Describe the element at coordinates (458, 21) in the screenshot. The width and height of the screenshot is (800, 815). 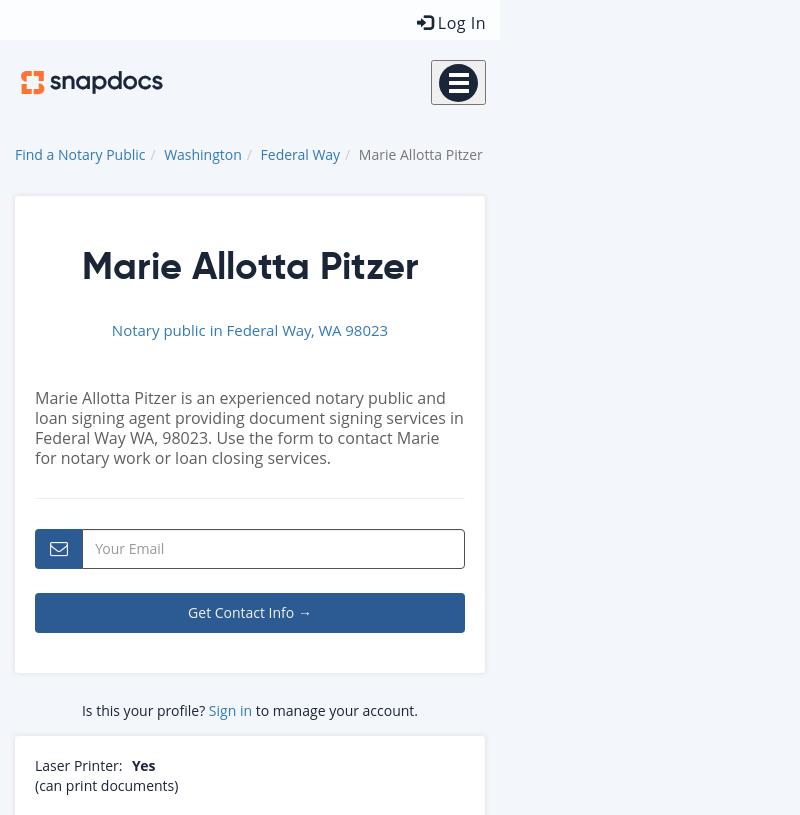
I see `'Log In'` at that location.